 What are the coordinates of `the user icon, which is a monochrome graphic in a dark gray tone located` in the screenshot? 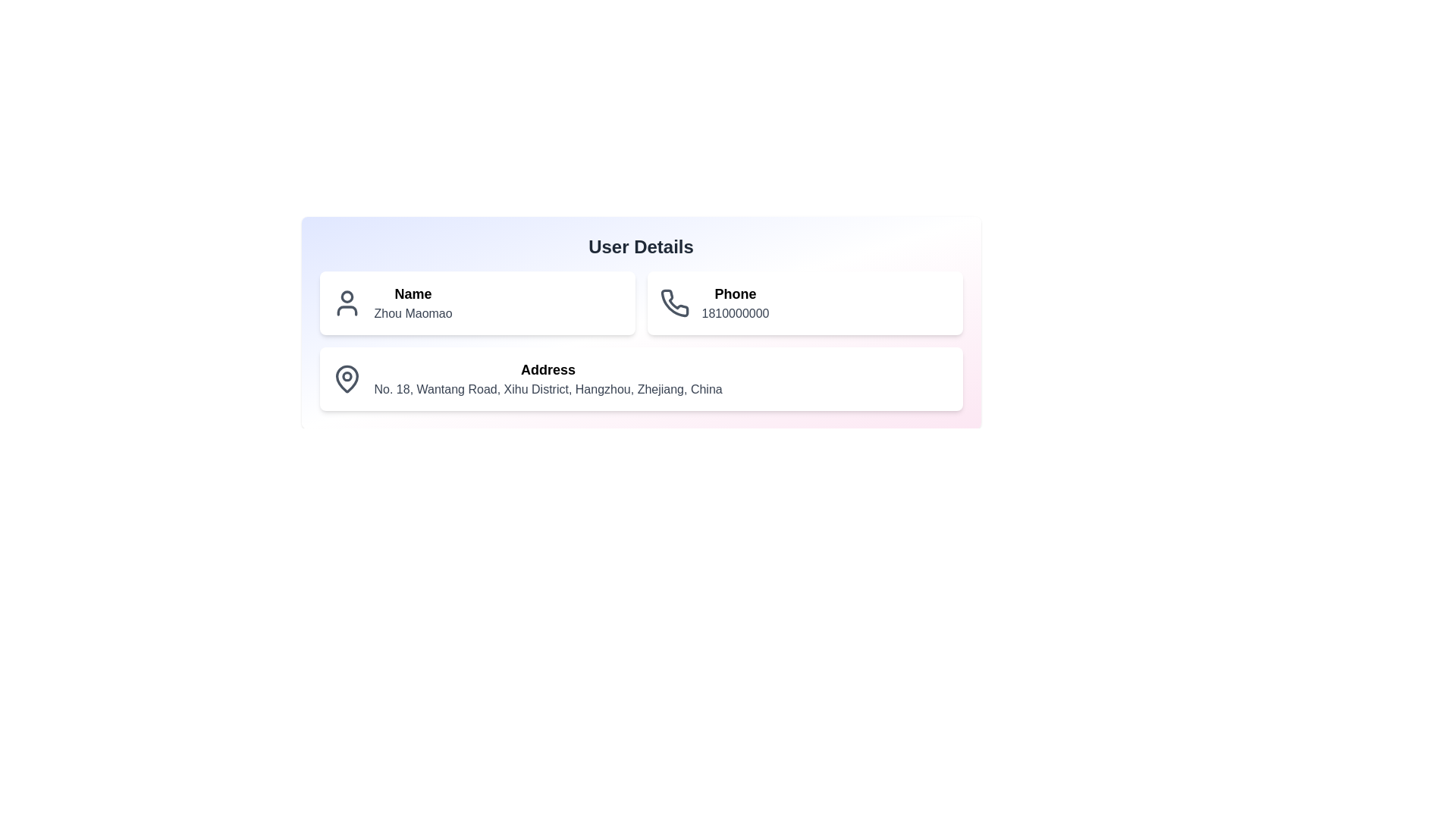 It's located at (346, 303).